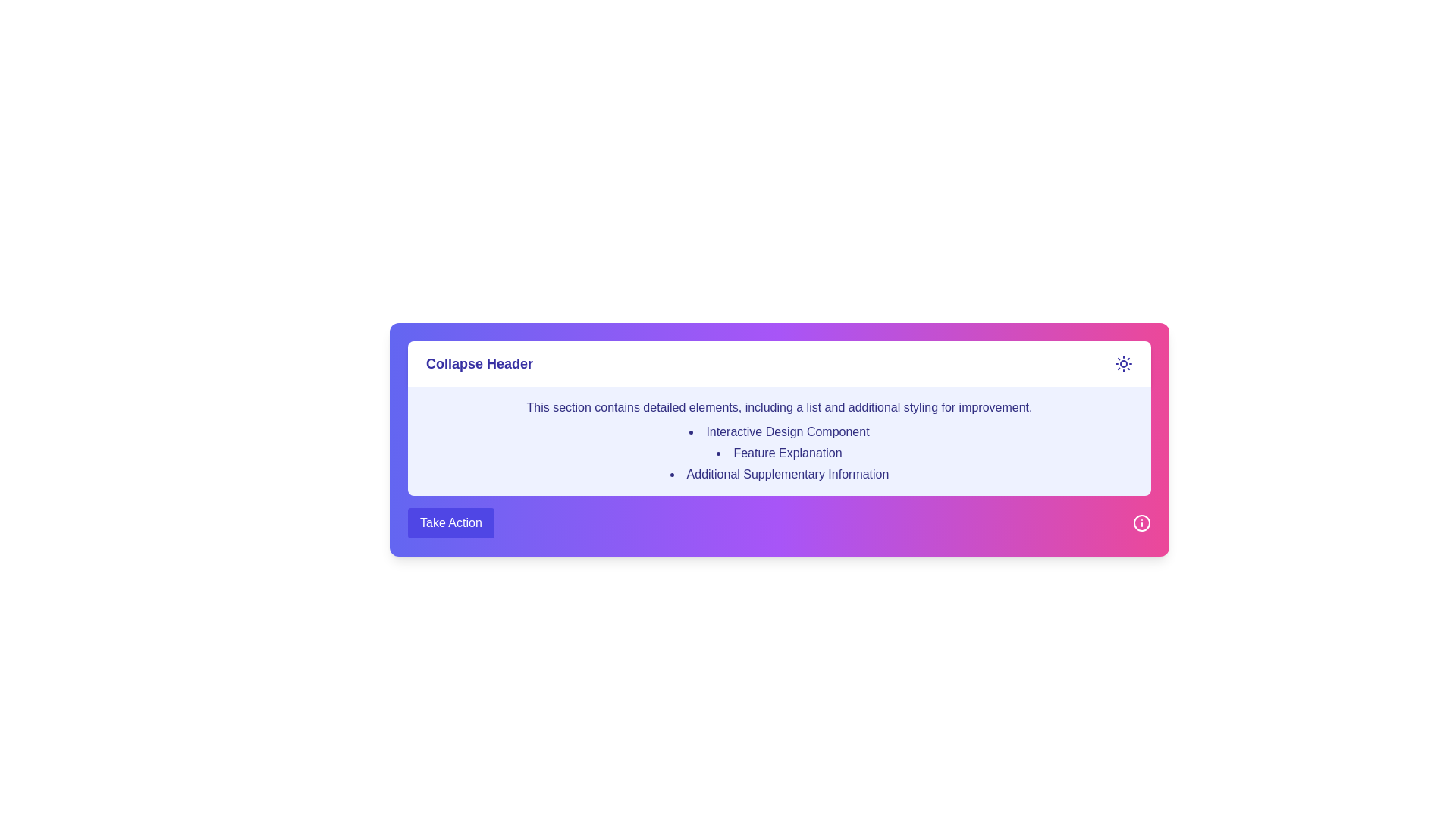 Image resolution: width=1456 pixels, height=819 pixels. What do you see at coordinates (1142, 522) in the screenshot?
I see `the circular icon with a white outline and pink background, containing an information symbol in white, located at the bottom-right corner of the section for more details` at bounding box center [1142, 522].